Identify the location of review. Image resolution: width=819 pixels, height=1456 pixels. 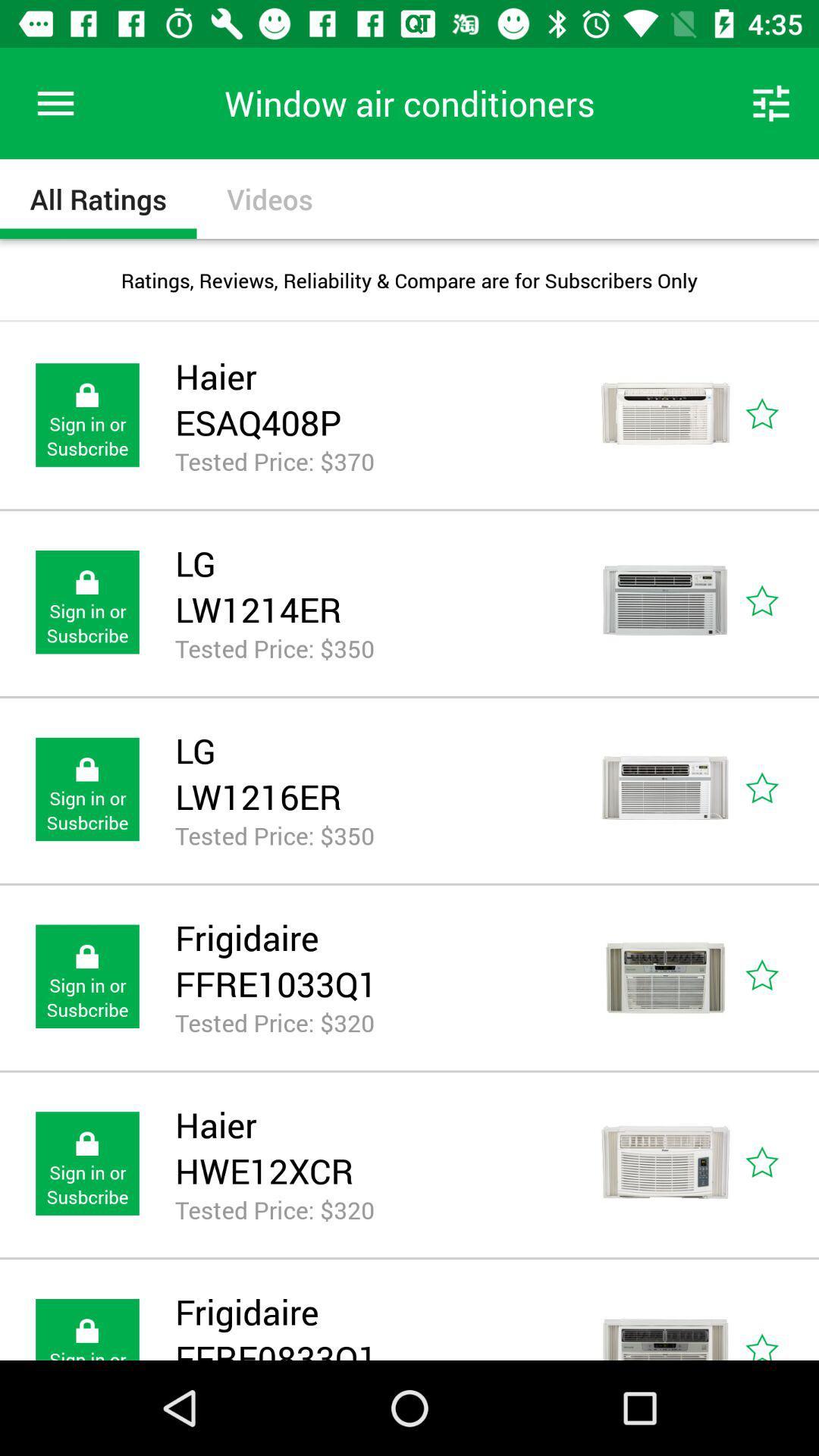
(779, 601).